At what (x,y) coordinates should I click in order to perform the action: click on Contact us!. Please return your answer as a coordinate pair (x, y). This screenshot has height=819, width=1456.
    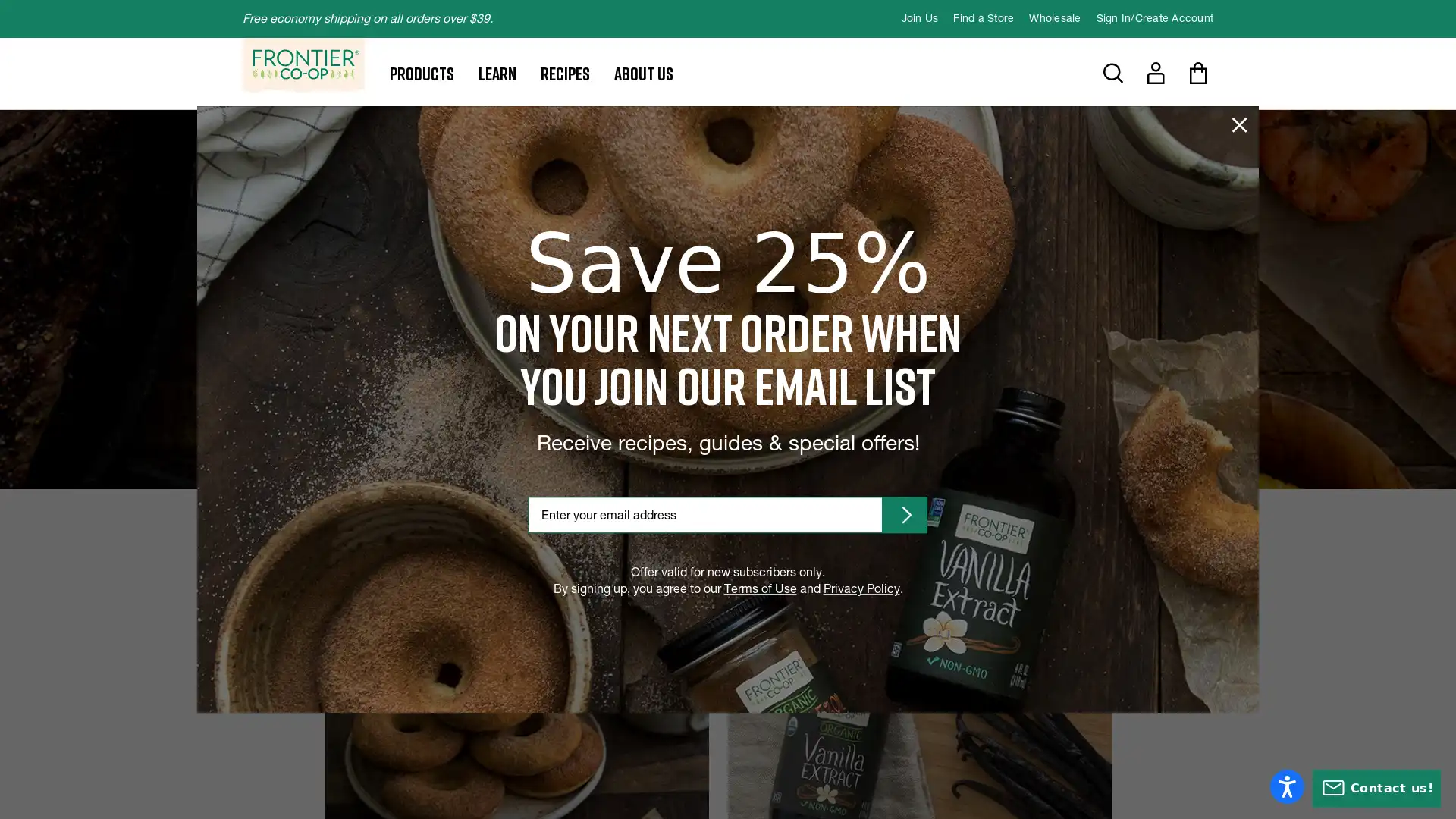
    Looking at the image, I should click on (1376, 788).